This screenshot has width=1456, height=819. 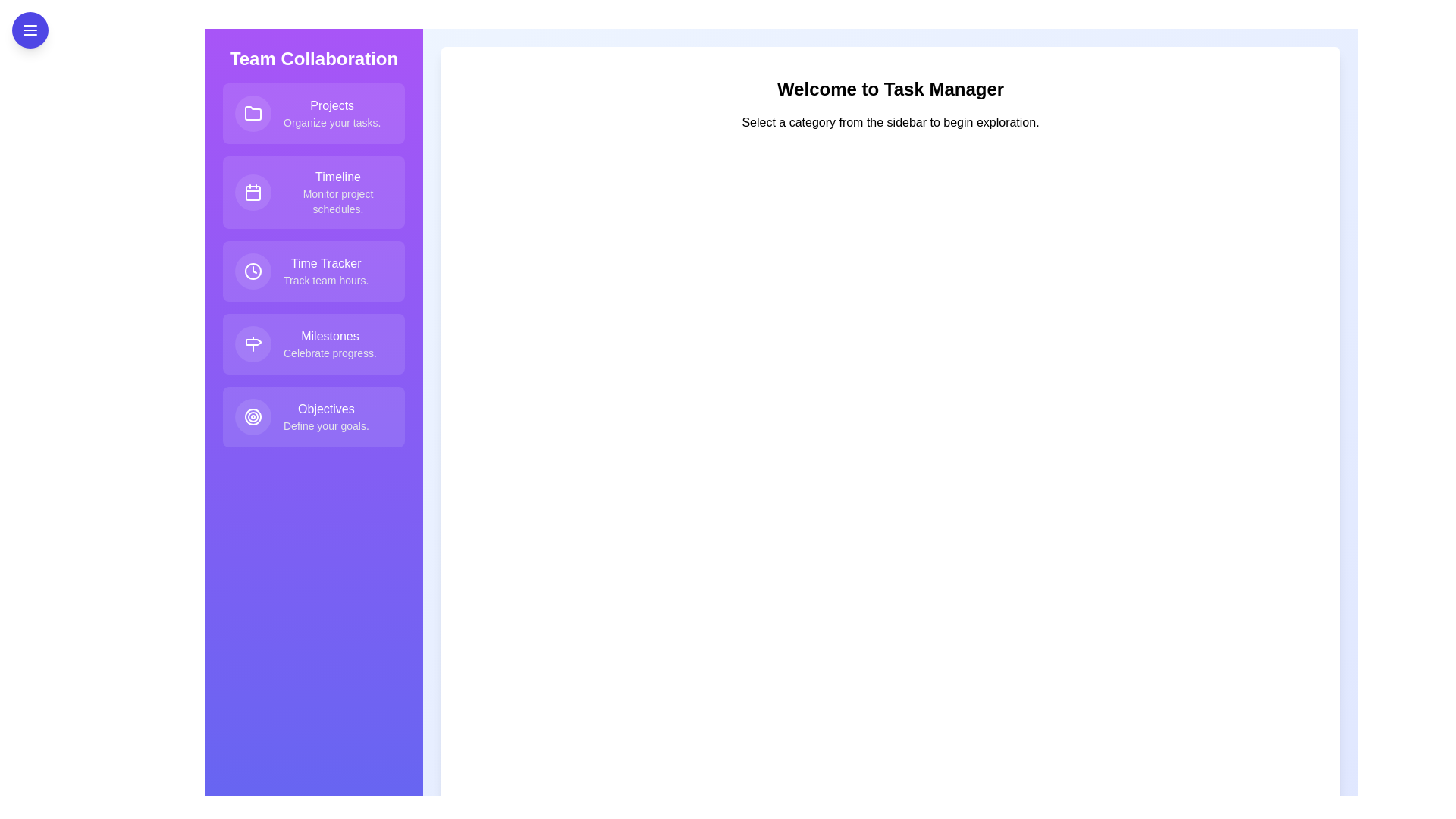 What do you see at coordinates (312, 113) in the screenshot?
I see `the feature item labeled 'Projects' to view its hover effect` at bounding box center [312, 113].